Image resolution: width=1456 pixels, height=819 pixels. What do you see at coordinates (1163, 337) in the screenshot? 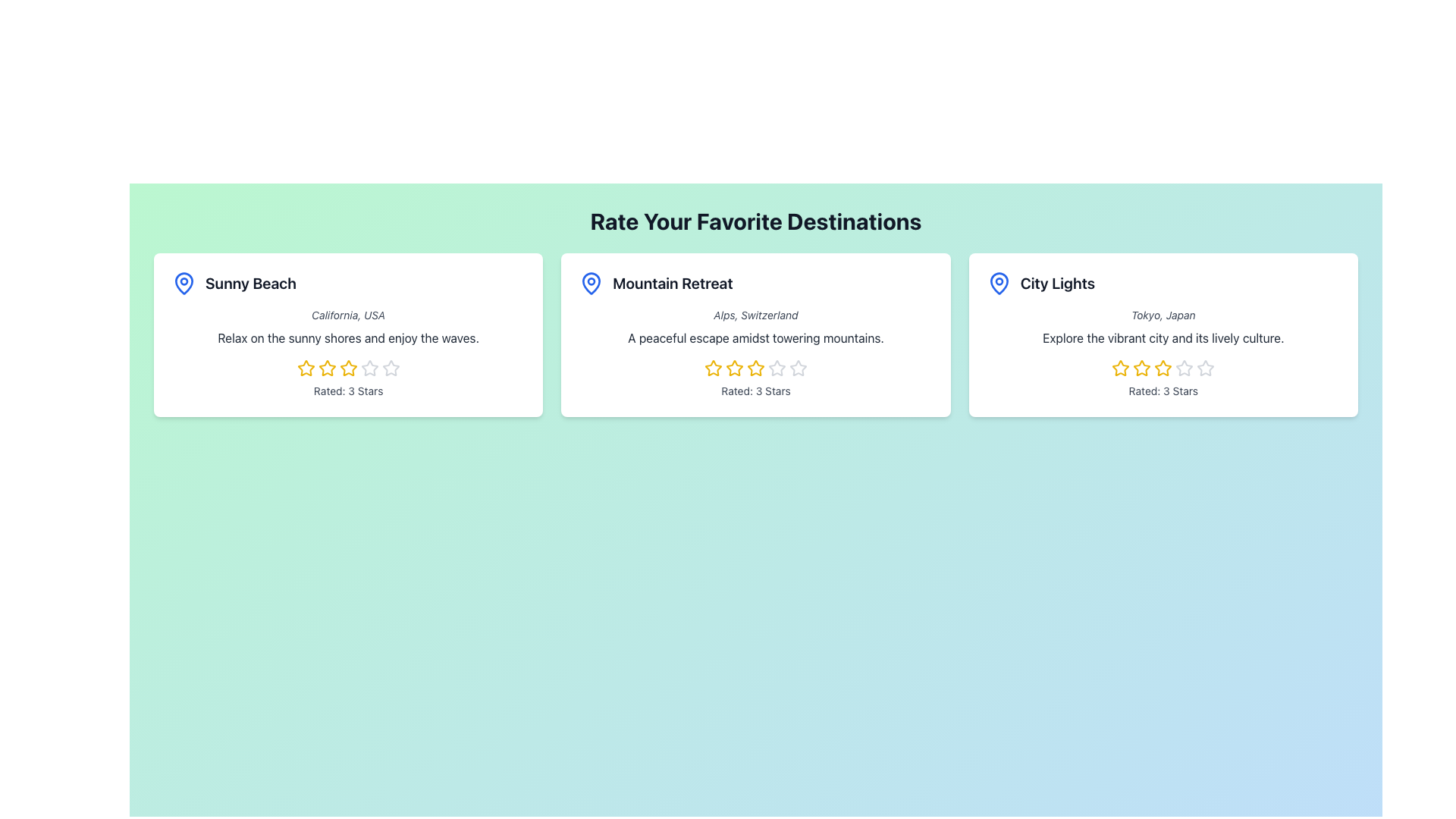
I see `the text block reading 'Explore the vibrant city and its lively culture.' which is styled in gray font and located within the 'City Lights' card` at bounding box center [1163, 337].